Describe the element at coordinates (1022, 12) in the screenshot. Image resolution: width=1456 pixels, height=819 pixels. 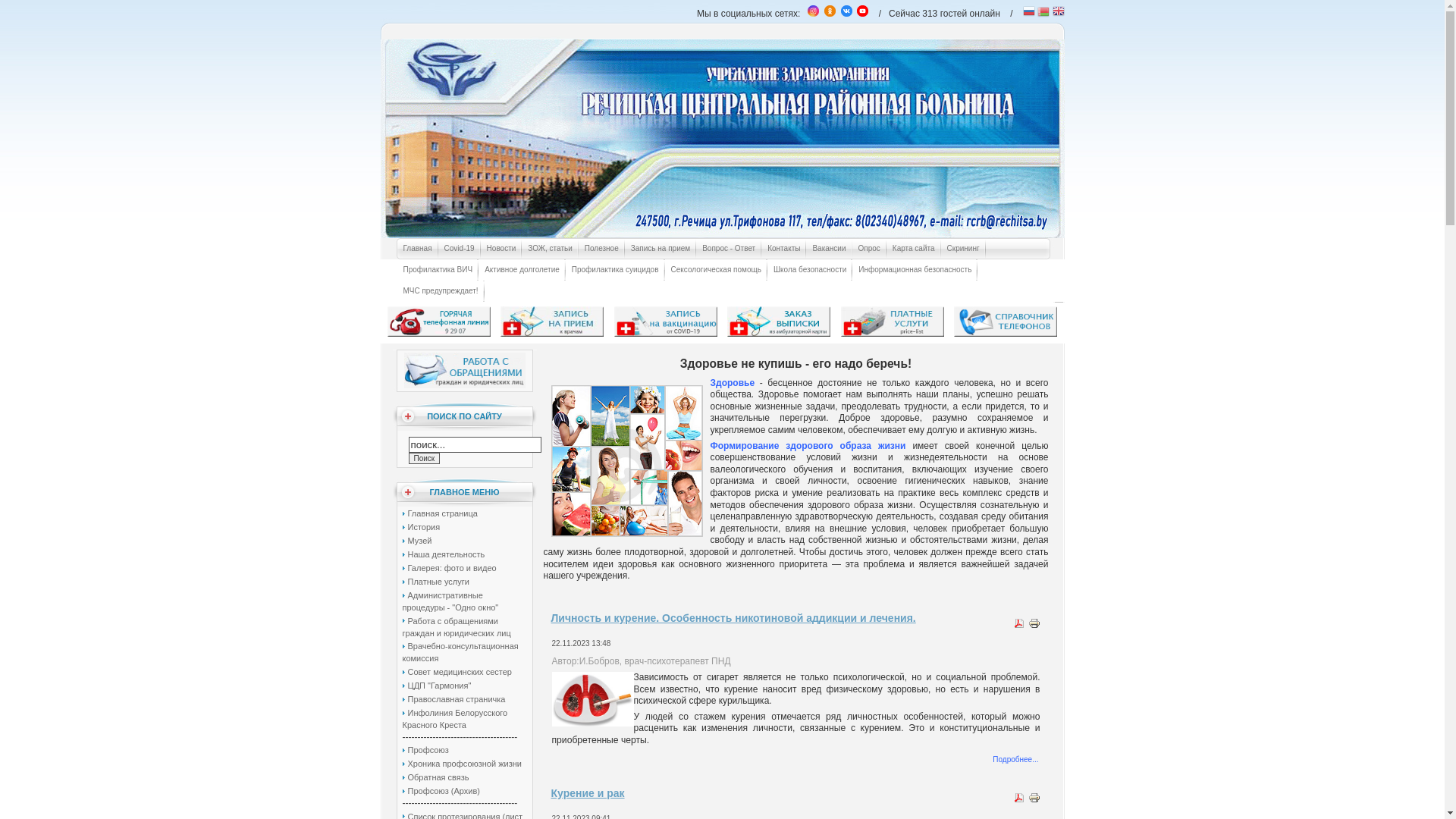
I see `'Russian'` at that location.